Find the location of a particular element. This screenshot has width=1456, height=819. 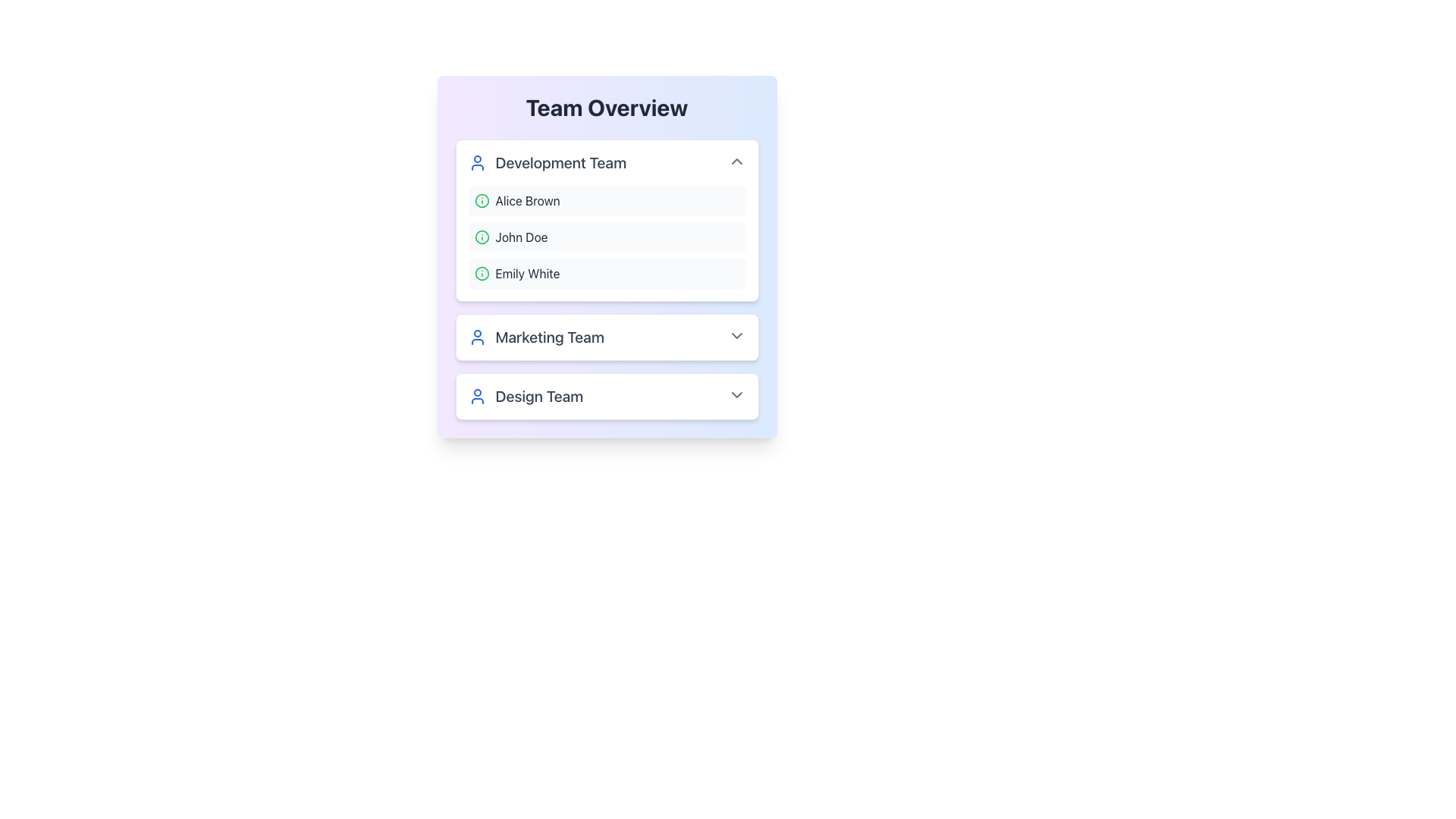

the Marketing Team card is located at coordinates (607, 336).